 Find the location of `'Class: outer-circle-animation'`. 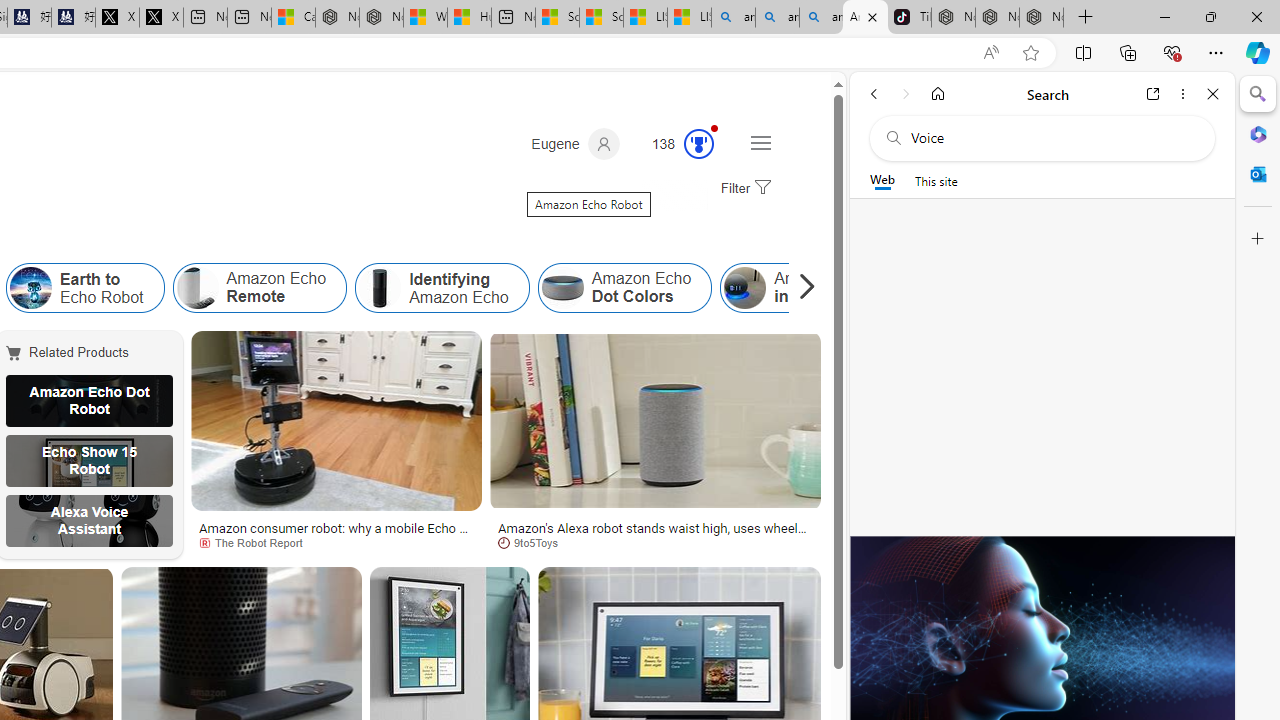

'Class: outer-circle-animation' is located at coordinates (699, 143).